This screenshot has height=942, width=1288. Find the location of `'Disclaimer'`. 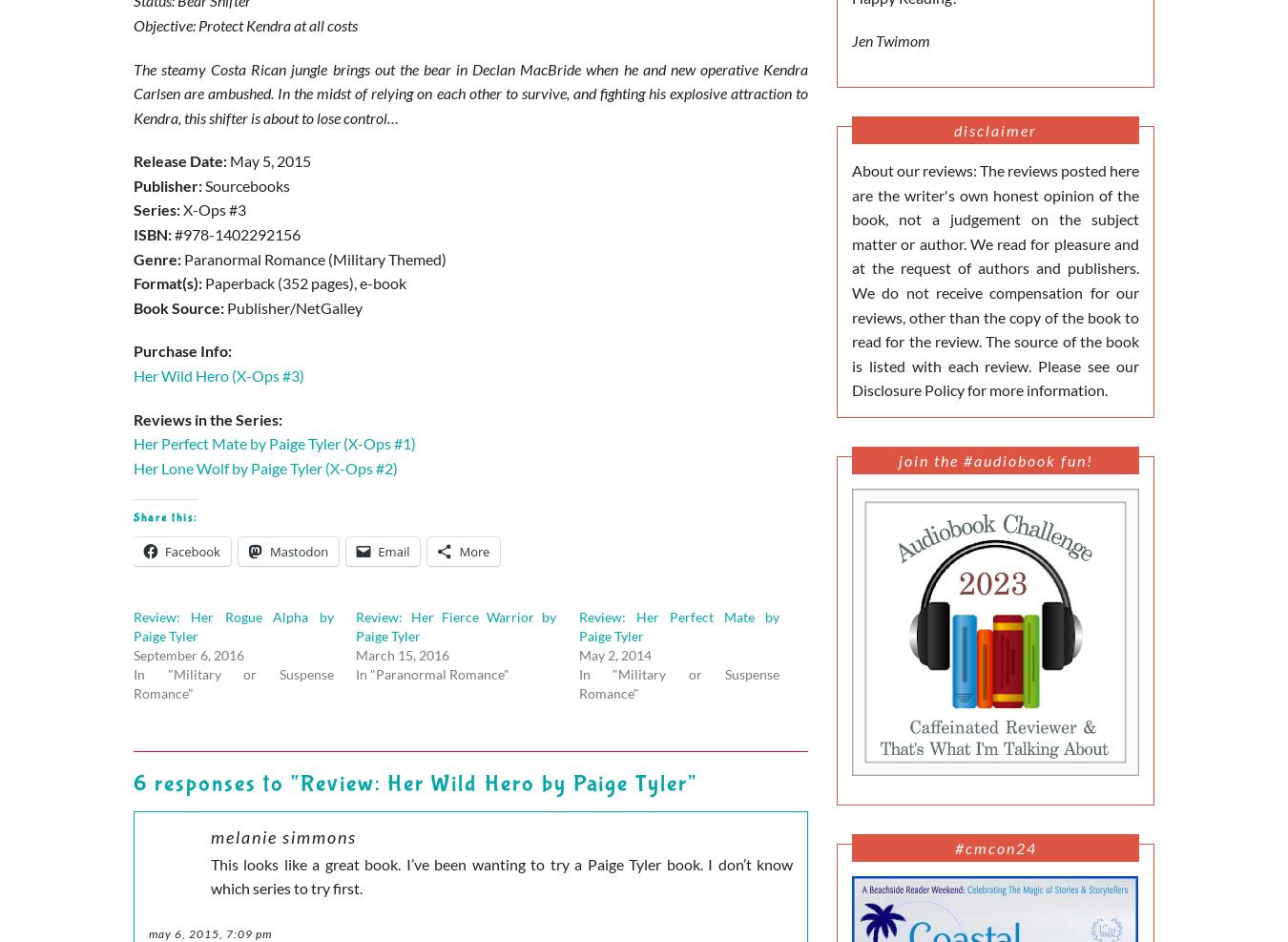

'Disclaimer' is located at coordinates (995, 129).